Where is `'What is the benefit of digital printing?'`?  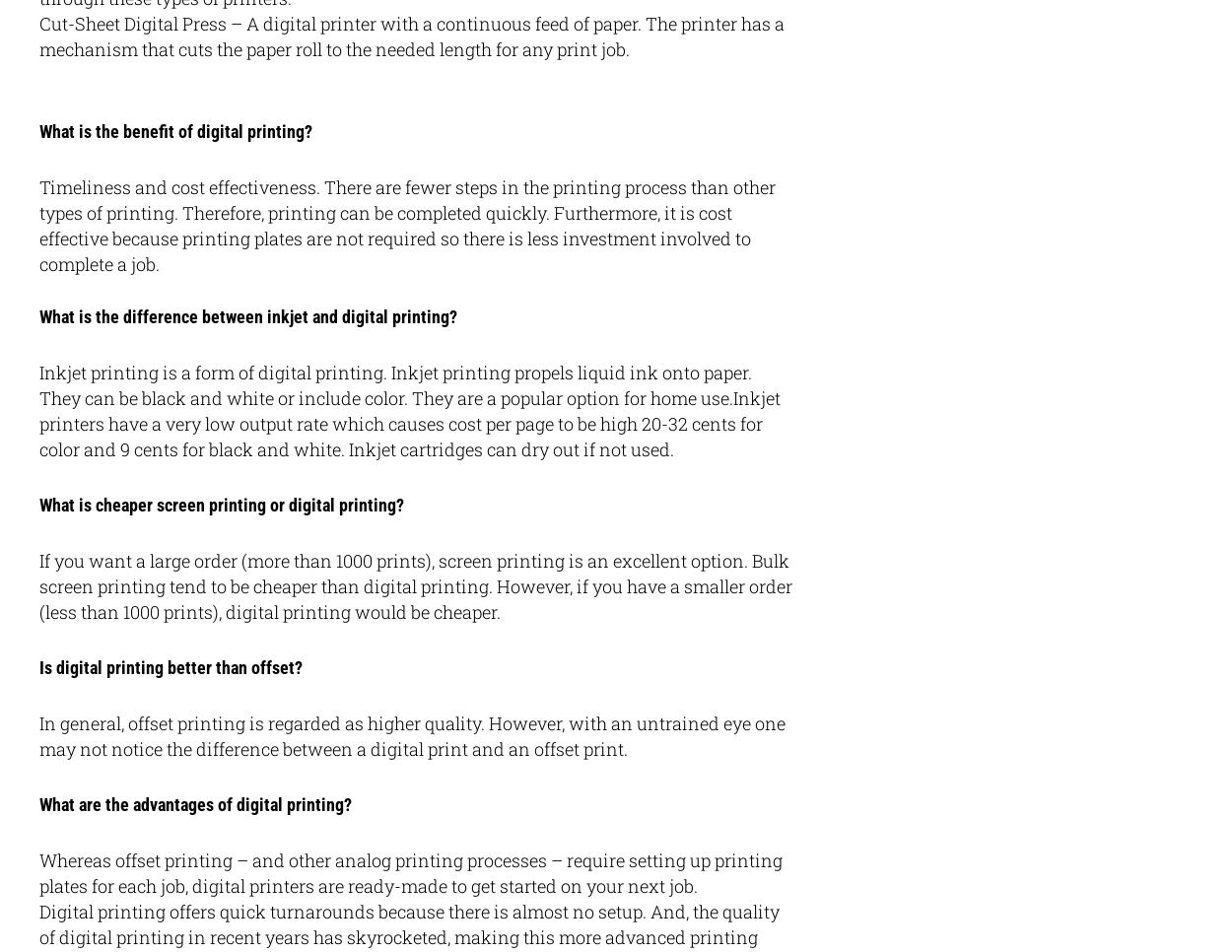 'What is the benefit of digital printing?' is located at coordinates (175, 131).